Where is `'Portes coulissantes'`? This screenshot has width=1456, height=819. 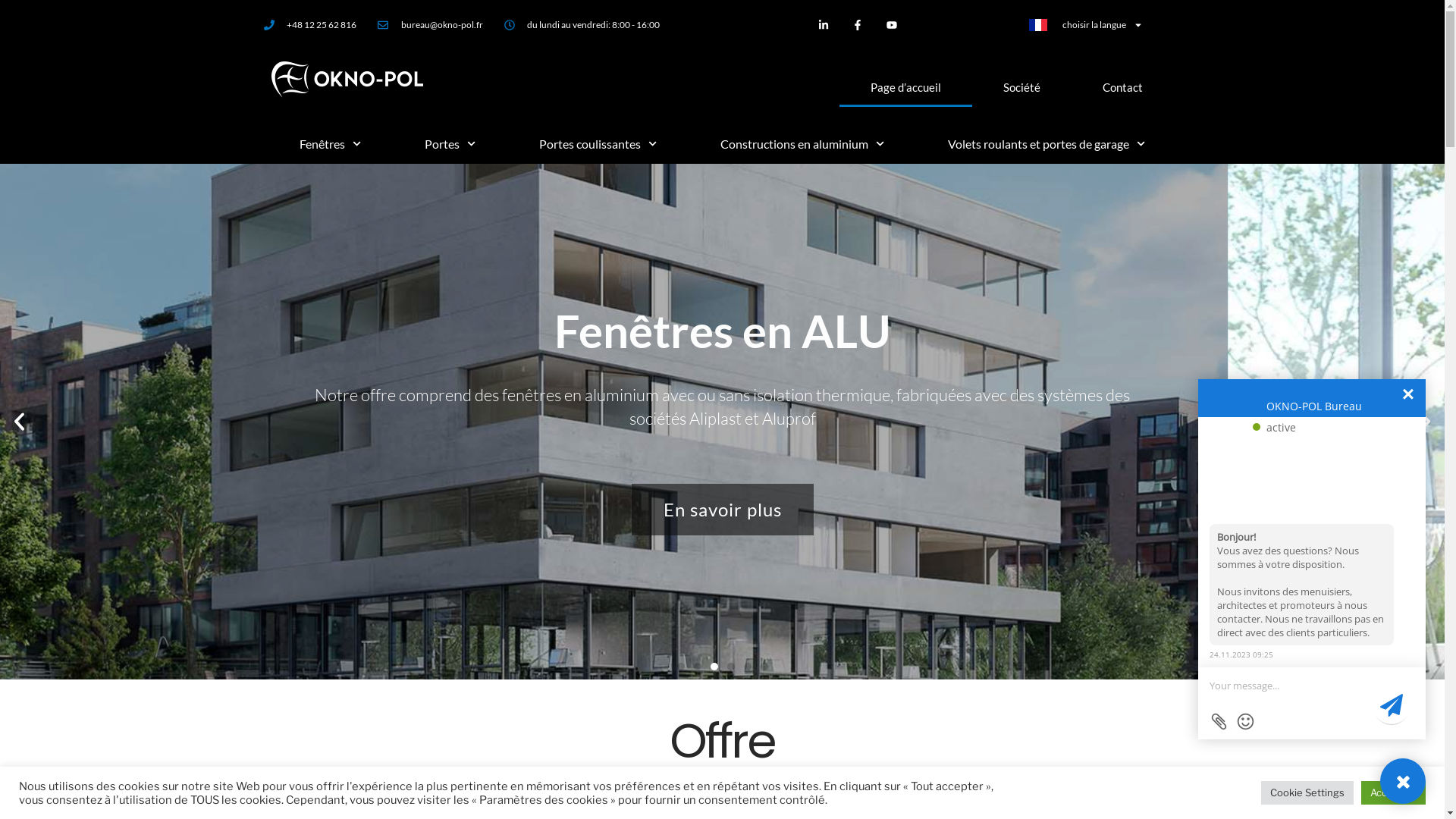
'Portes coulissantes' is located at coordinates (507, 143).